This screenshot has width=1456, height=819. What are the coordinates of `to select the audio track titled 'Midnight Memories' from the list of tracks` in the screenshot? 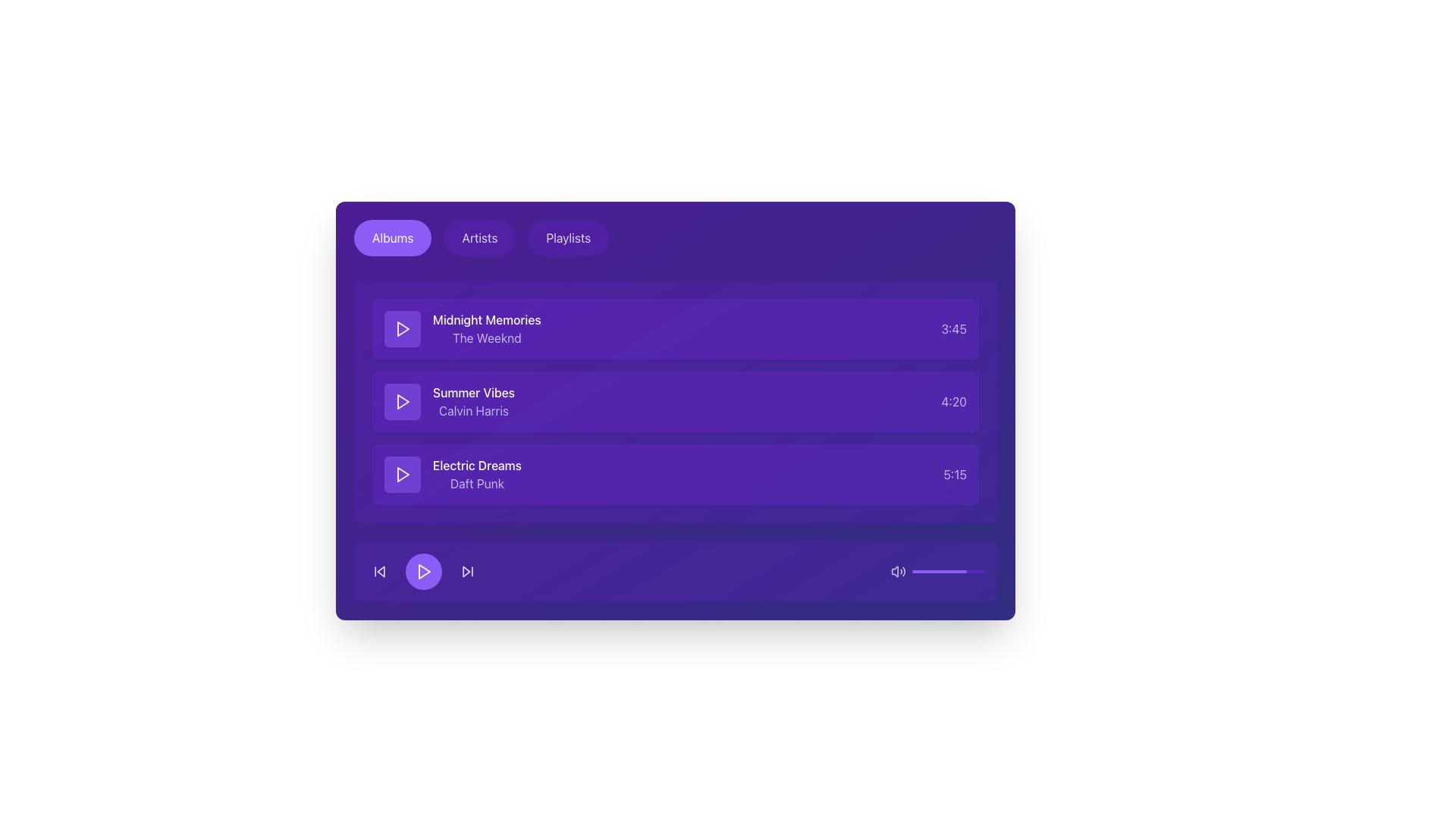 It's located at (675, 328).